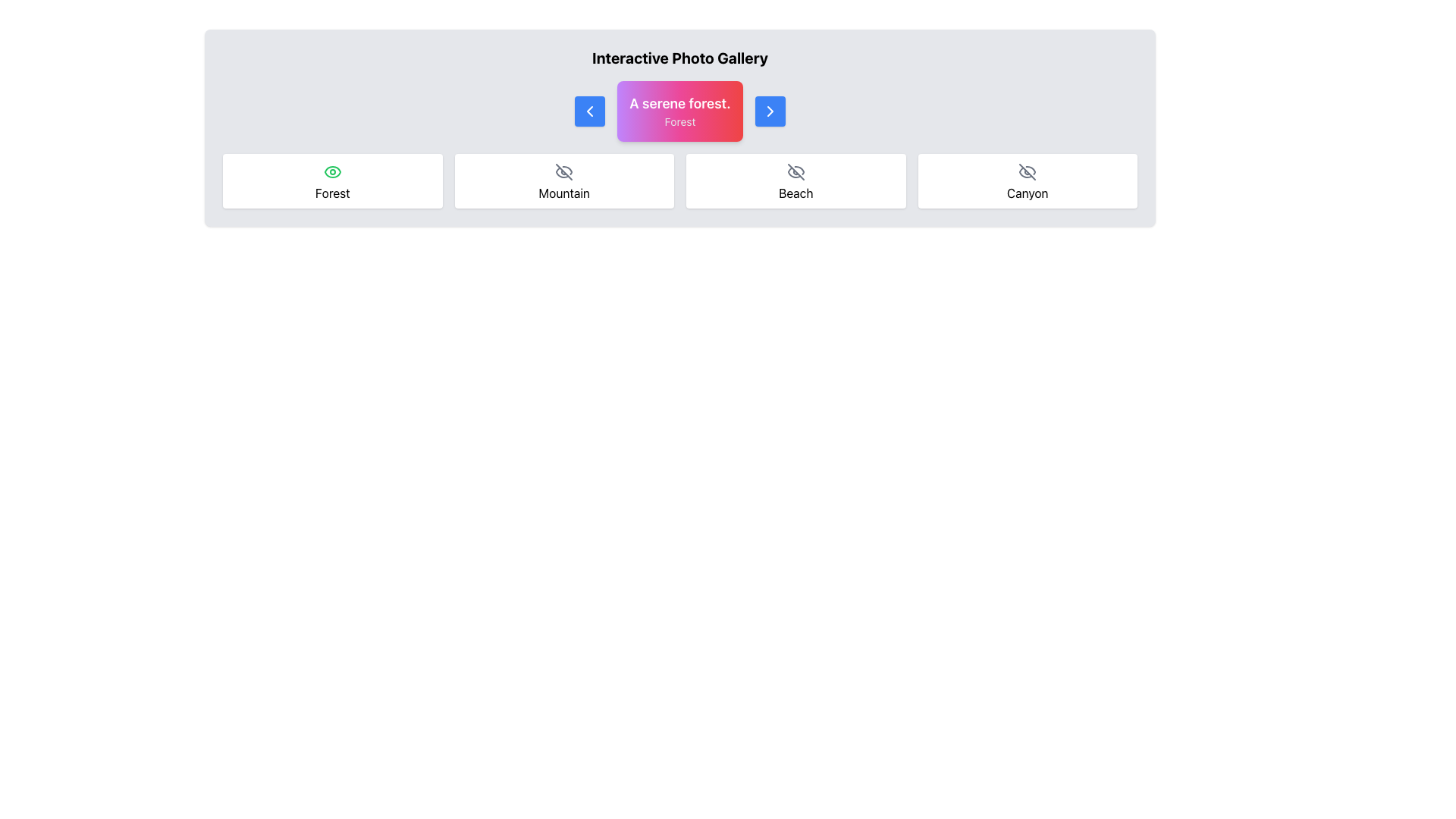 The height and width of the screenshot is (819, 1456). What do you see at coordinates (795, 171) in the screenshot?
I see `the 'visibility off' icon styled as an eye with a diagonal line across it in the 'Interactive Photo Gallery' section` at bounding box center [795, 171].